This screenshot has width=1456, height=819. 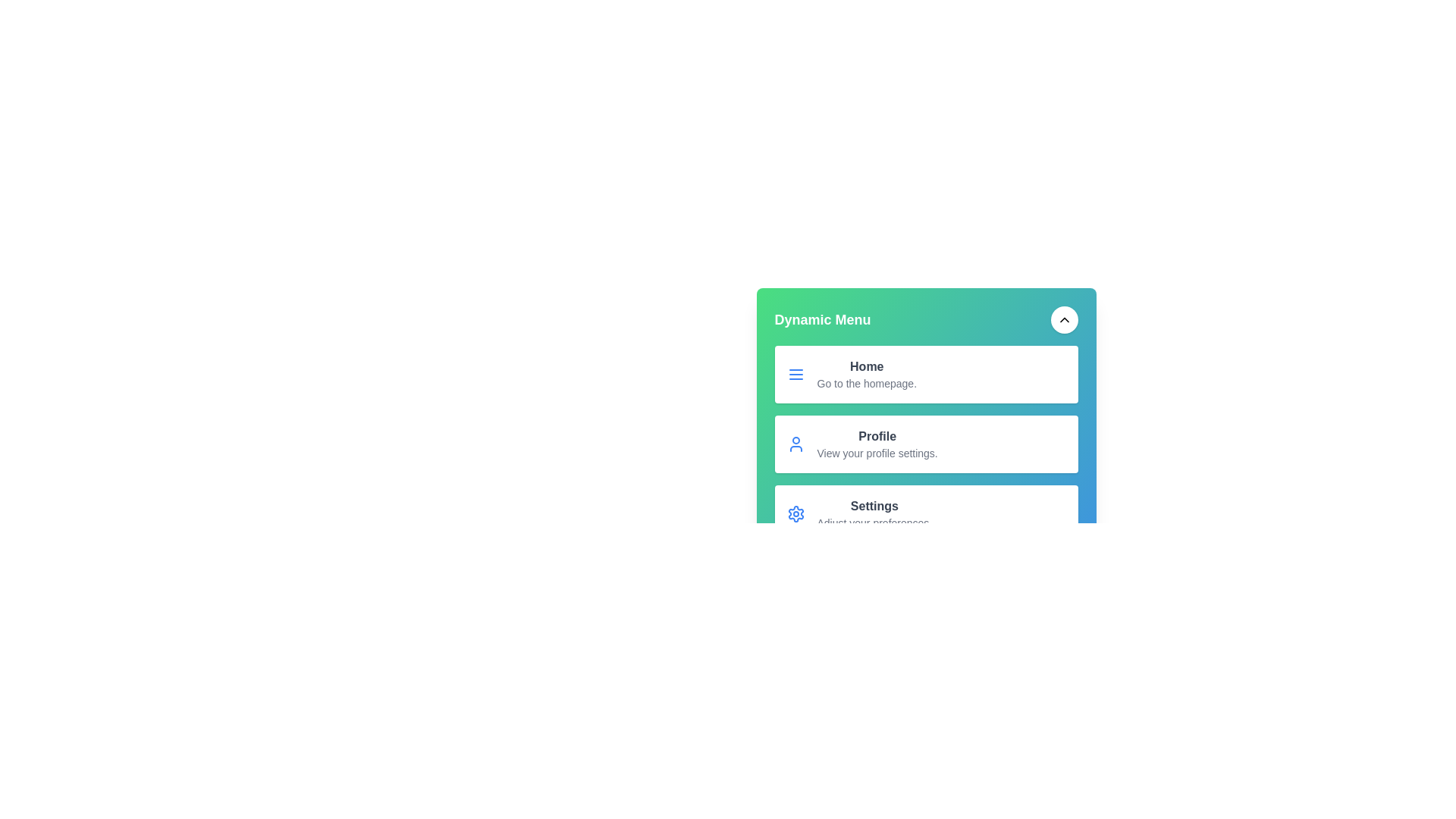 I want to click on the gear-shaped icon representing settings, which is located, so click(x=795, y=513).